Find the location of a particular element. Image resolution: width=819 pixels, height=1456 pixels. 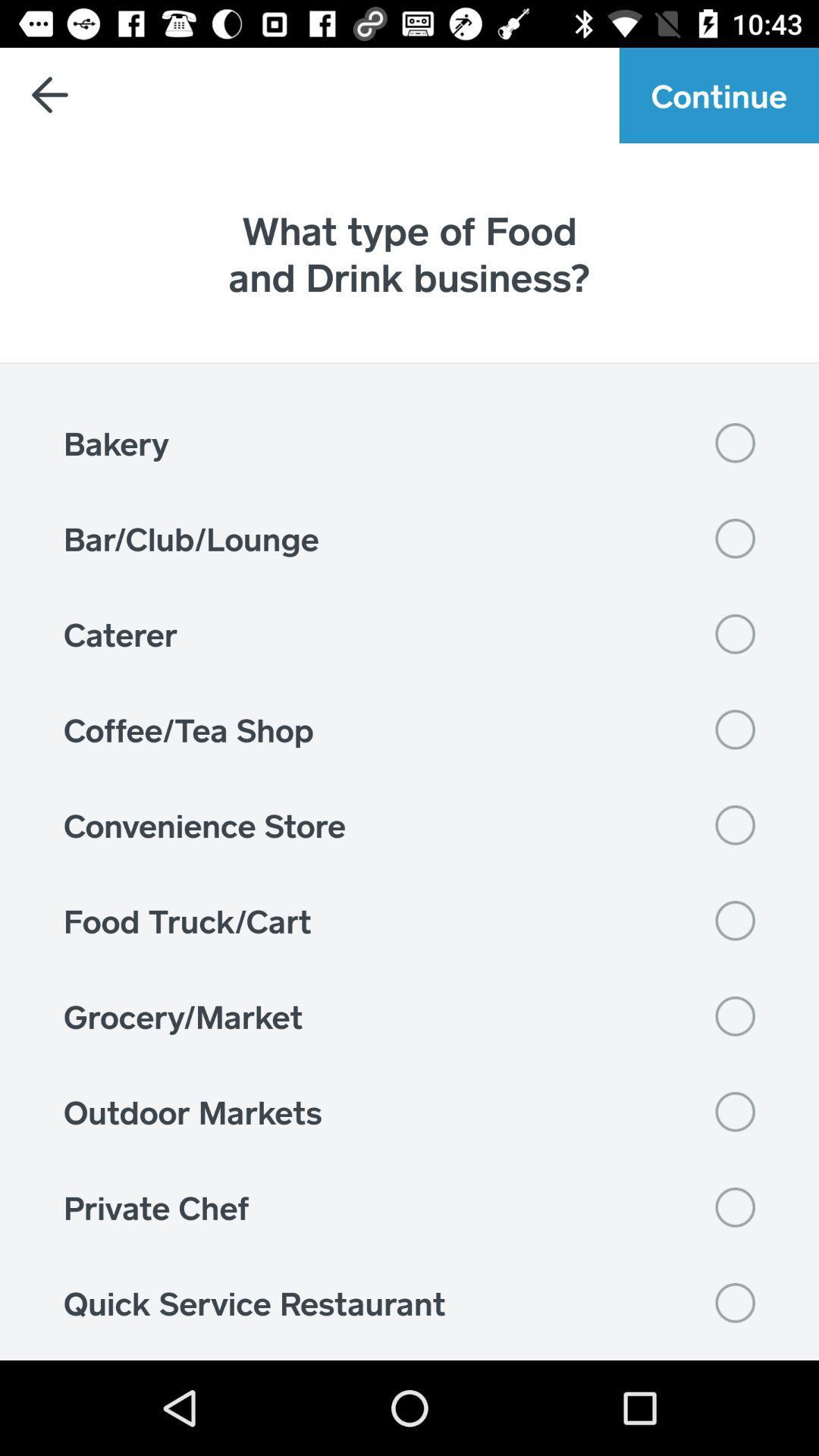

the item below the grocery/market icon is located at coordinates (409, 1112).